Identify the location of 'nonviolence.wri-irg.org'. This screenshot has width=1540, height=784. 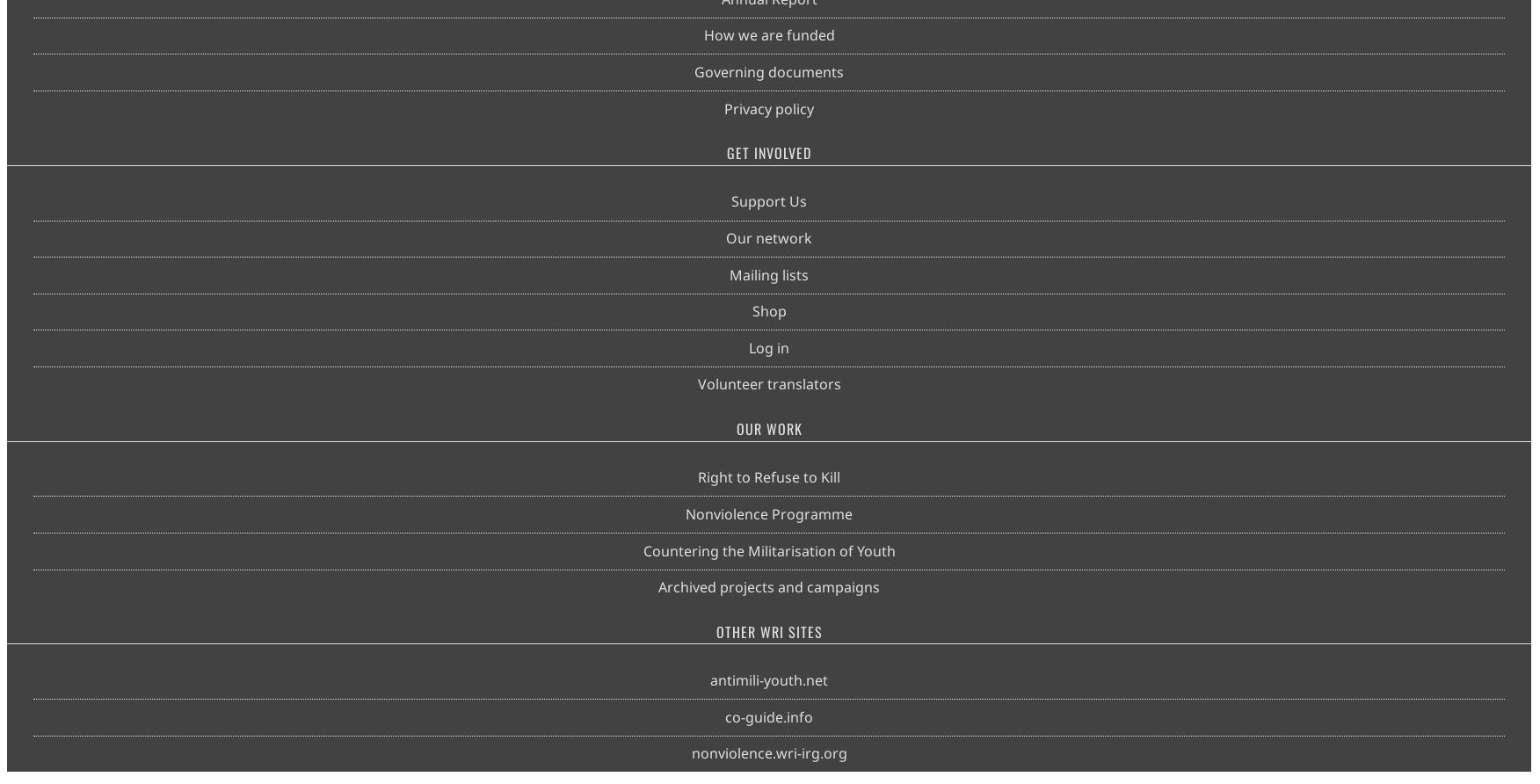
(767, 752).